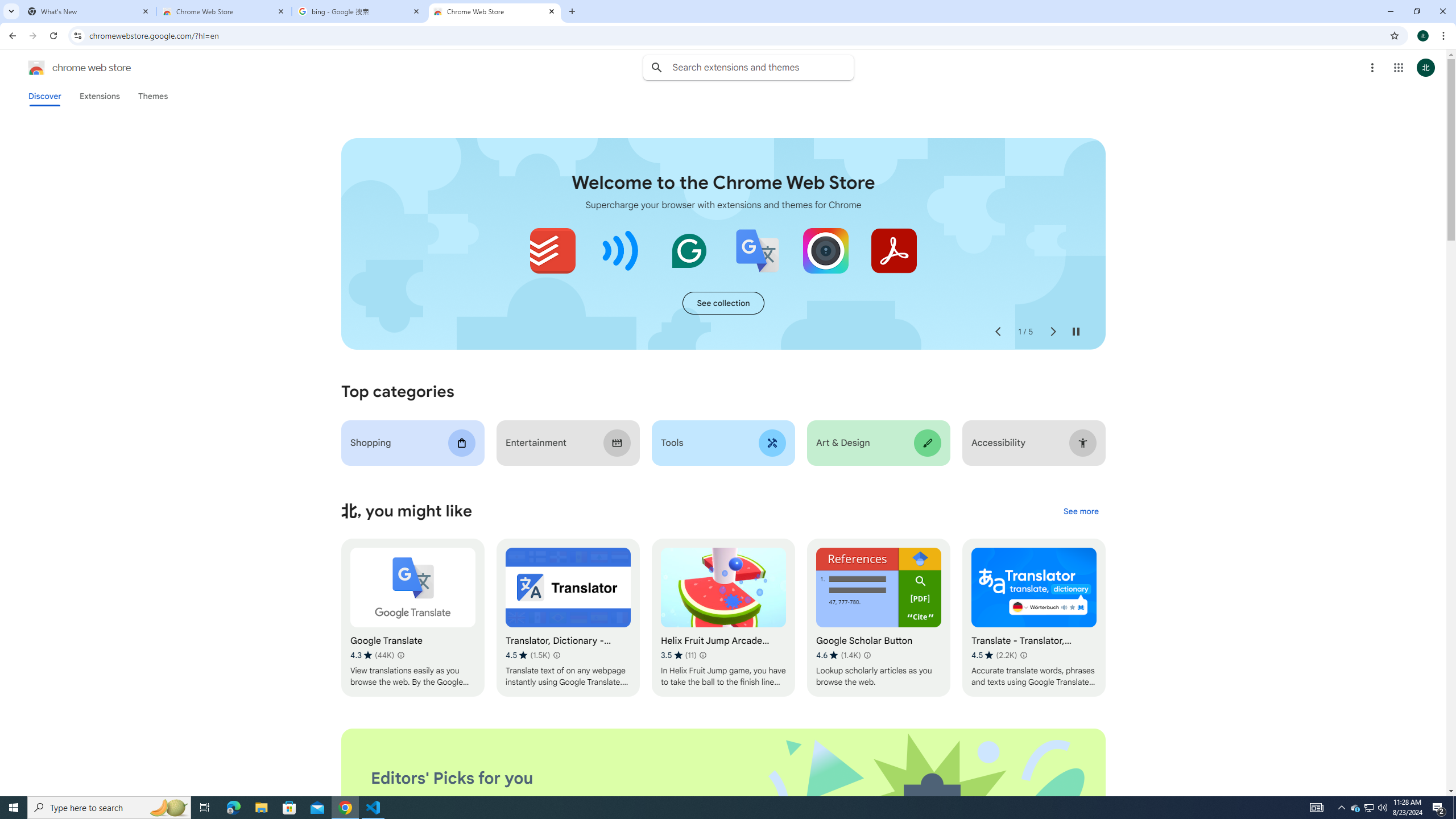 The width and height of the screenshot is (1456, 819). I want to click on 'Average rating 4.3 out of 5 stars. 44K ratings.', so click(371, 655).